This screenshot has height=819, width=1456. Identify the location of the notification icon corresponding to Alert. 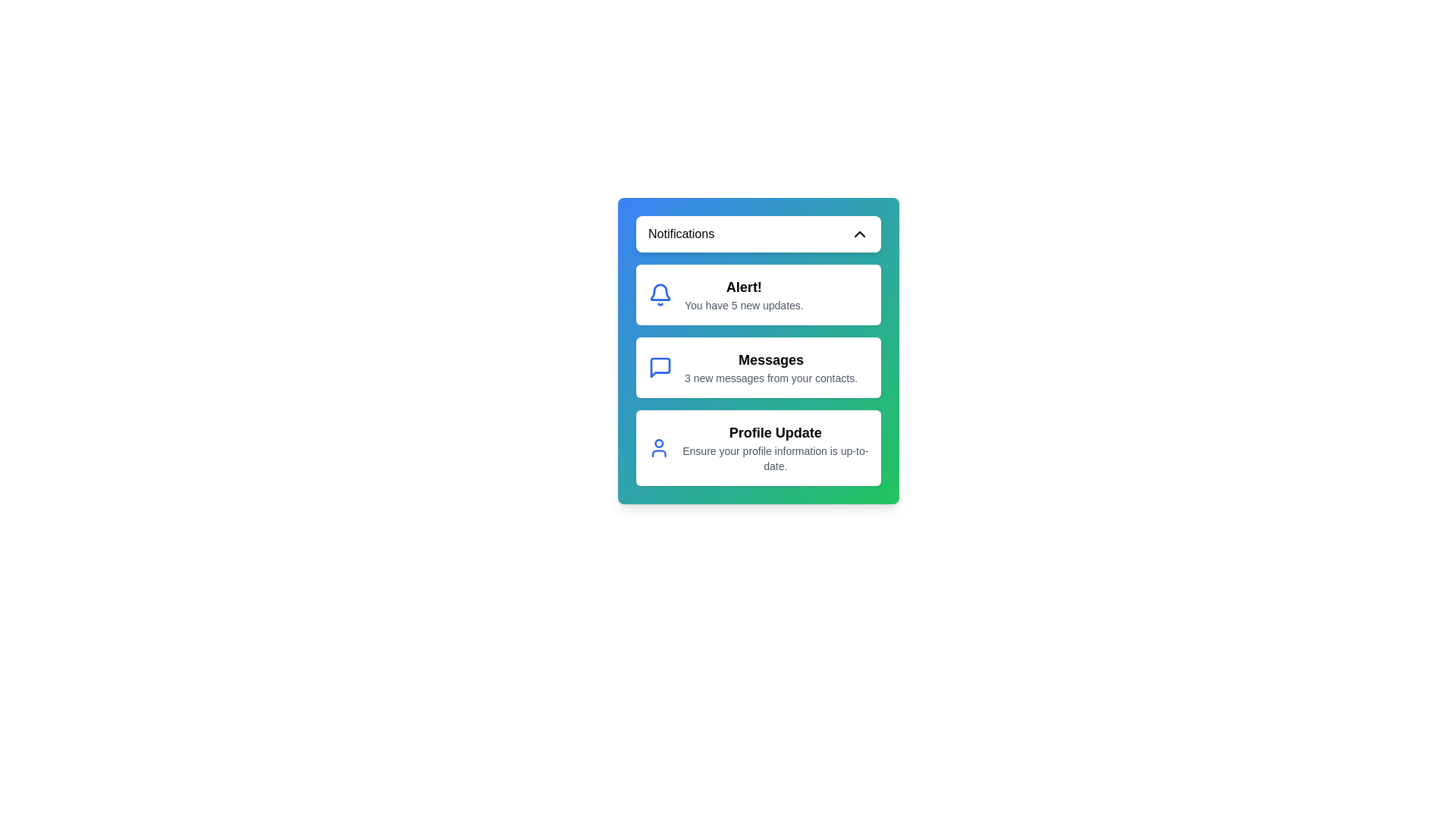
(660, 295).